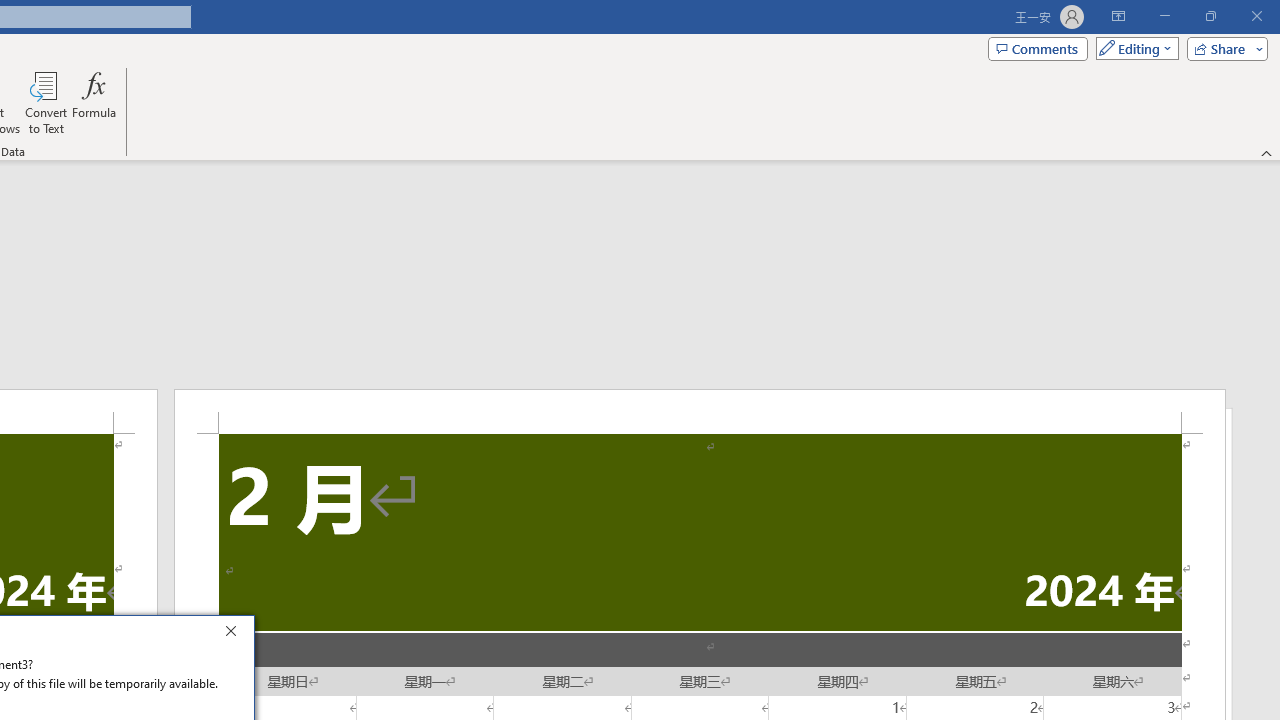 This screenshot has height=720, width=1280. Describe the element at coordinates (236, 633) in the screenshot. I see `'Close'` at that location.